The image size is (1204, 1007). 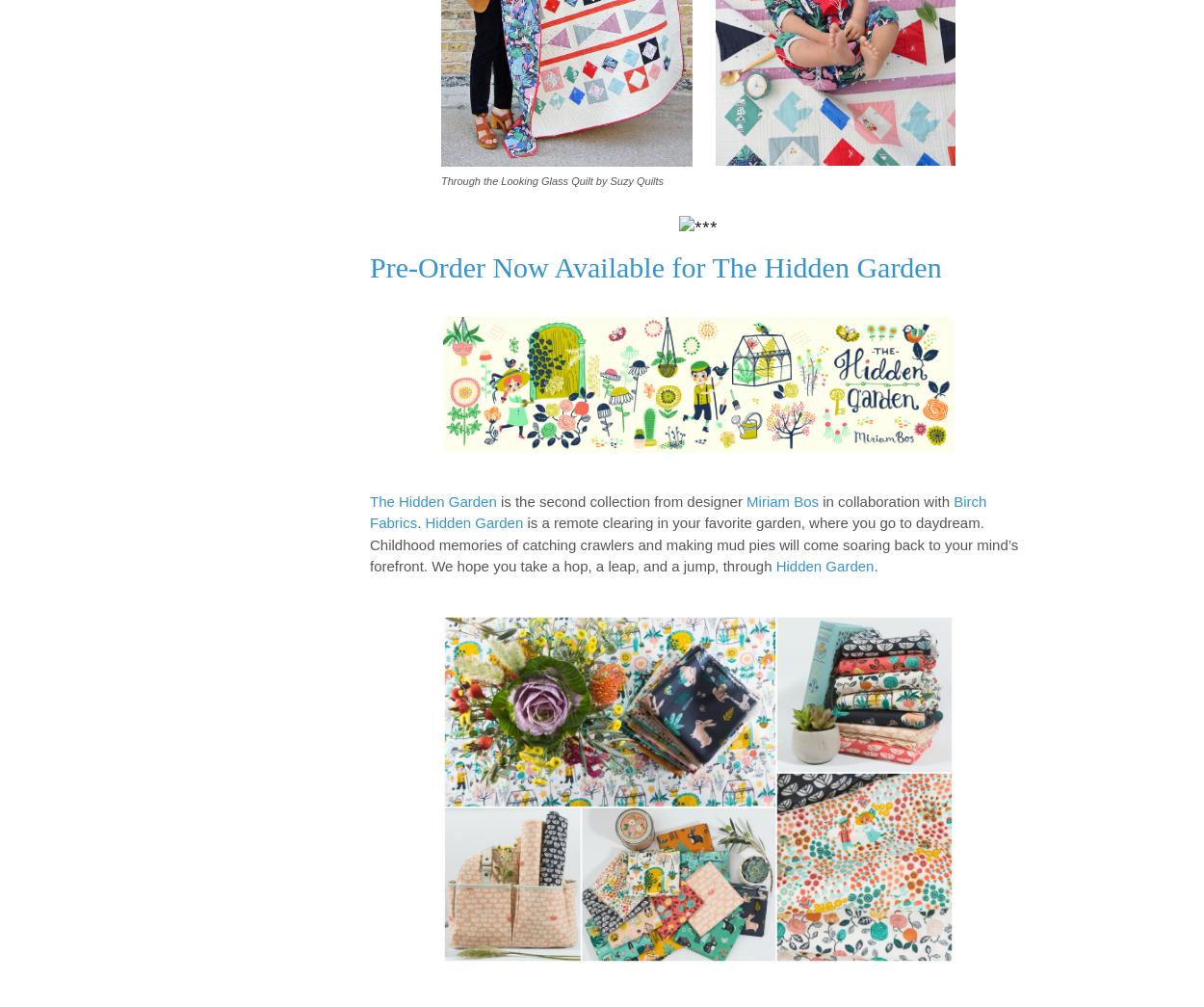 I want to click on 'The Hidden Garden', so click(x=369, y=499).